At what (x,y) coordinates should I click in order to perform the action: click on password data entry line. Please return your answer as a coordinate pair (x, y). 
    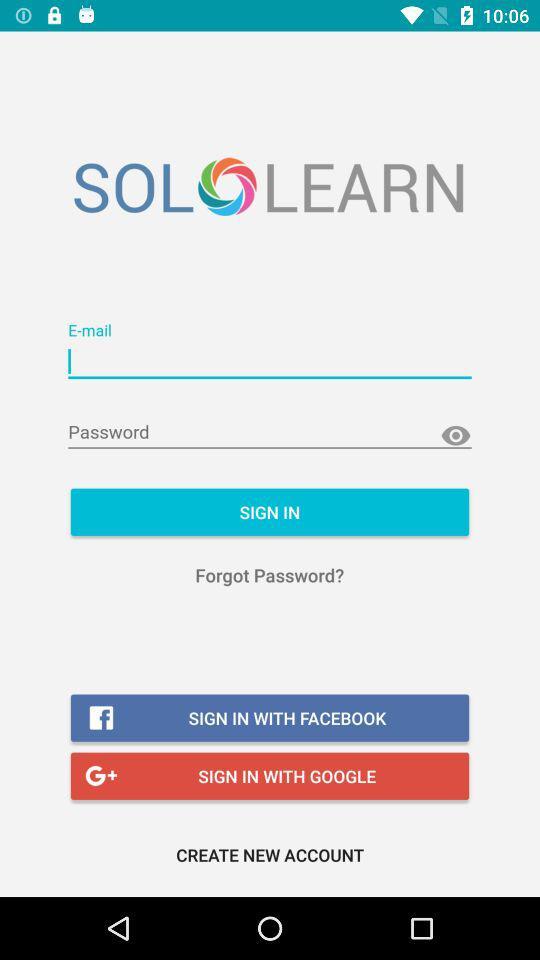
    Looking at the image, I should click on (270, 432).